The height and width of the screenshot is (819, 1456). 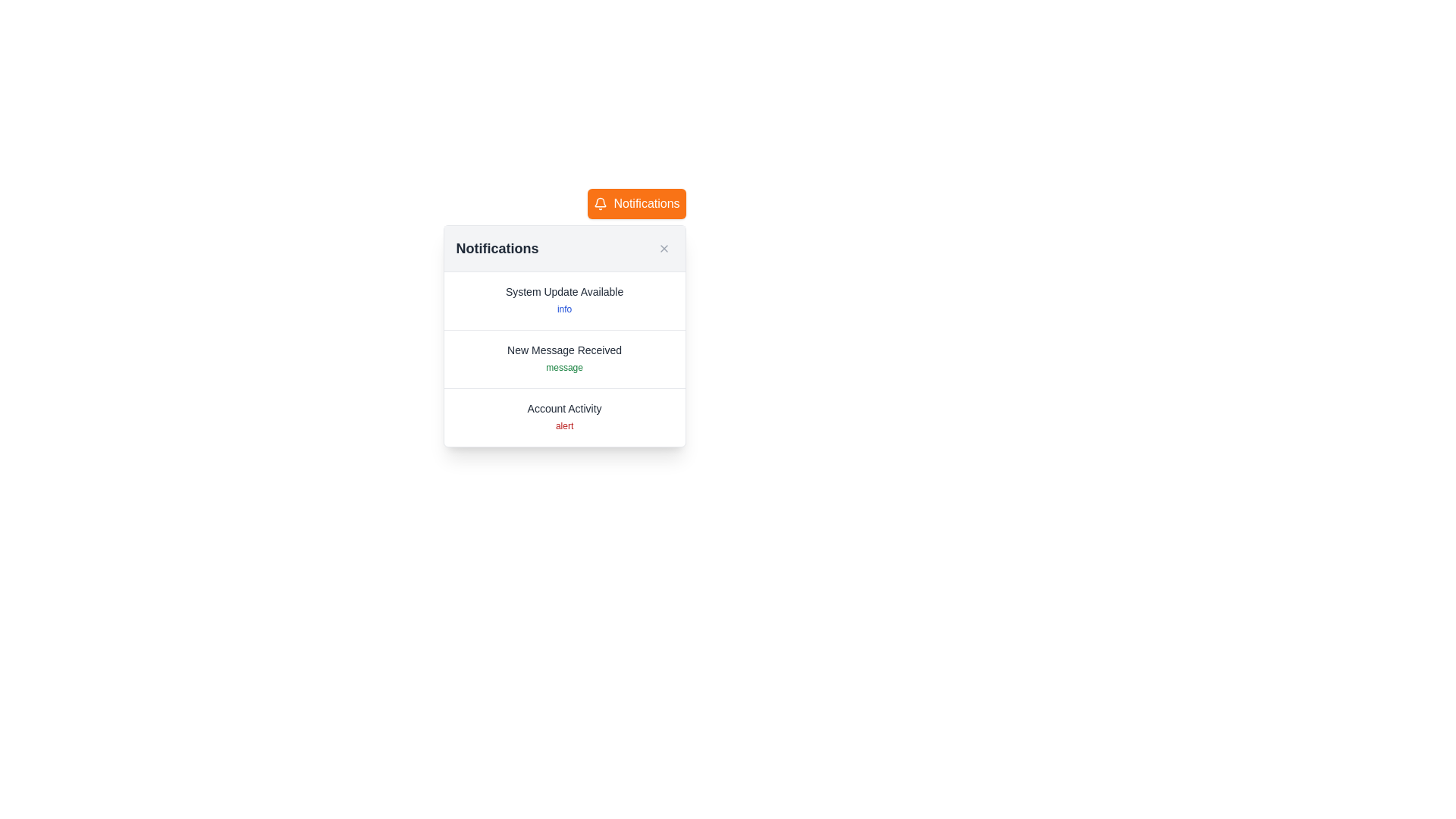 I want to click on information displayed in the system update notification, which is the first item in the notification panel, so click(x=563, y=301).